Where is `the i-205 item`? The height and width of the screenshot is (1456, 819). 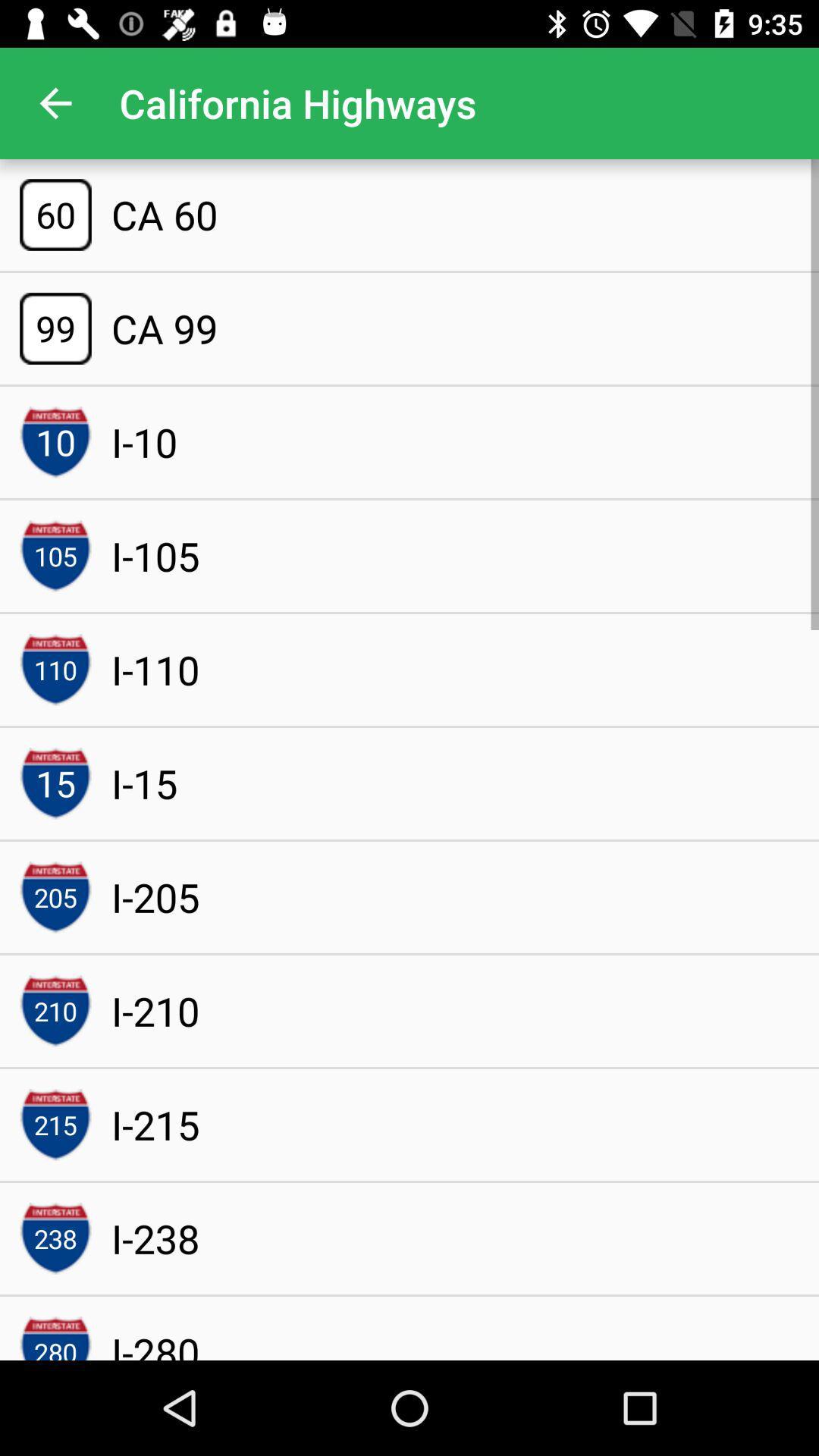 the i-205 item is located at coordinates (155, 897).